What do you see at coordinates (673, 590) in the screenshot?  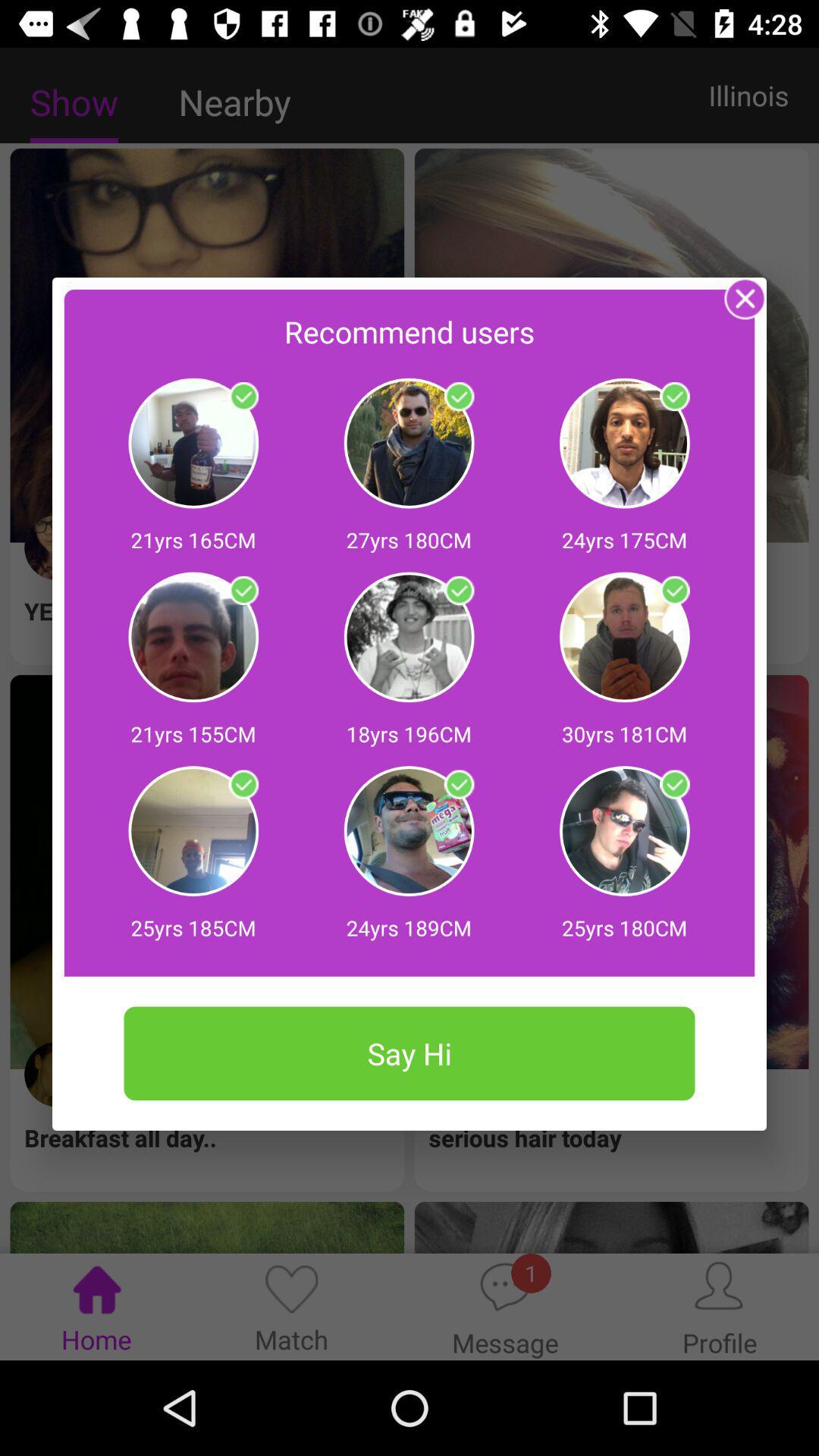 I see `select/deselect option` at bounding box center [673, 590].